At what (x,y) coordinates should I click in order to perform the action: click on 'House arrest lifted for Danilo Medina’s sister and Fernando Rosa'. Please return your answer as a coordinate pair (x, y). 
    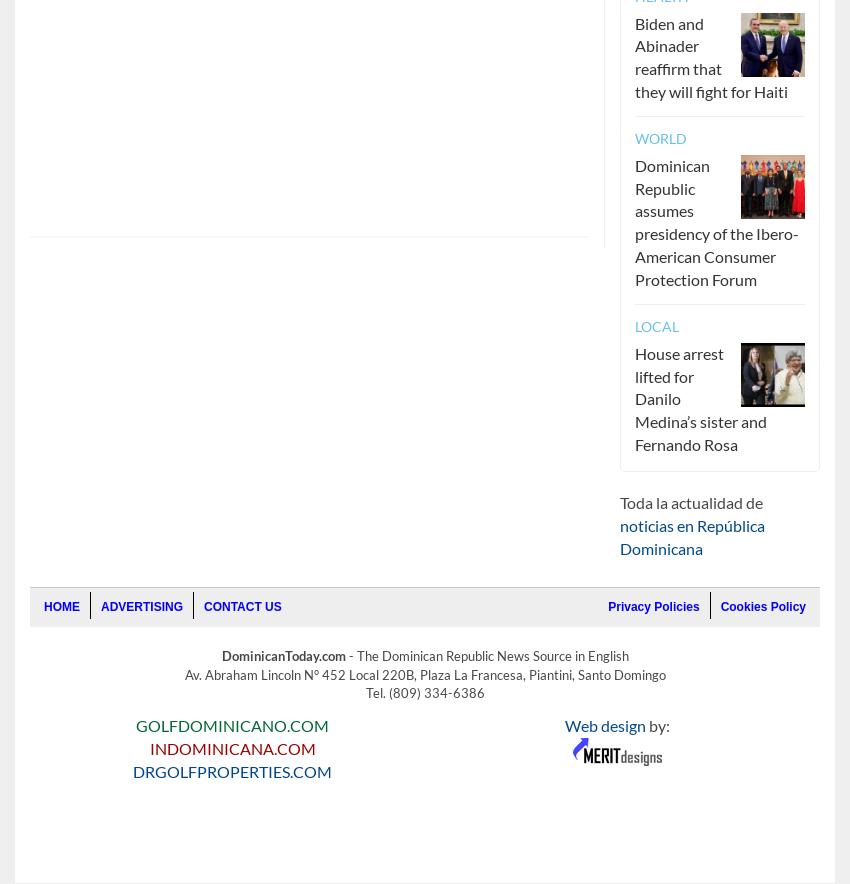
    Looking at the image, I should click on (634, 398).